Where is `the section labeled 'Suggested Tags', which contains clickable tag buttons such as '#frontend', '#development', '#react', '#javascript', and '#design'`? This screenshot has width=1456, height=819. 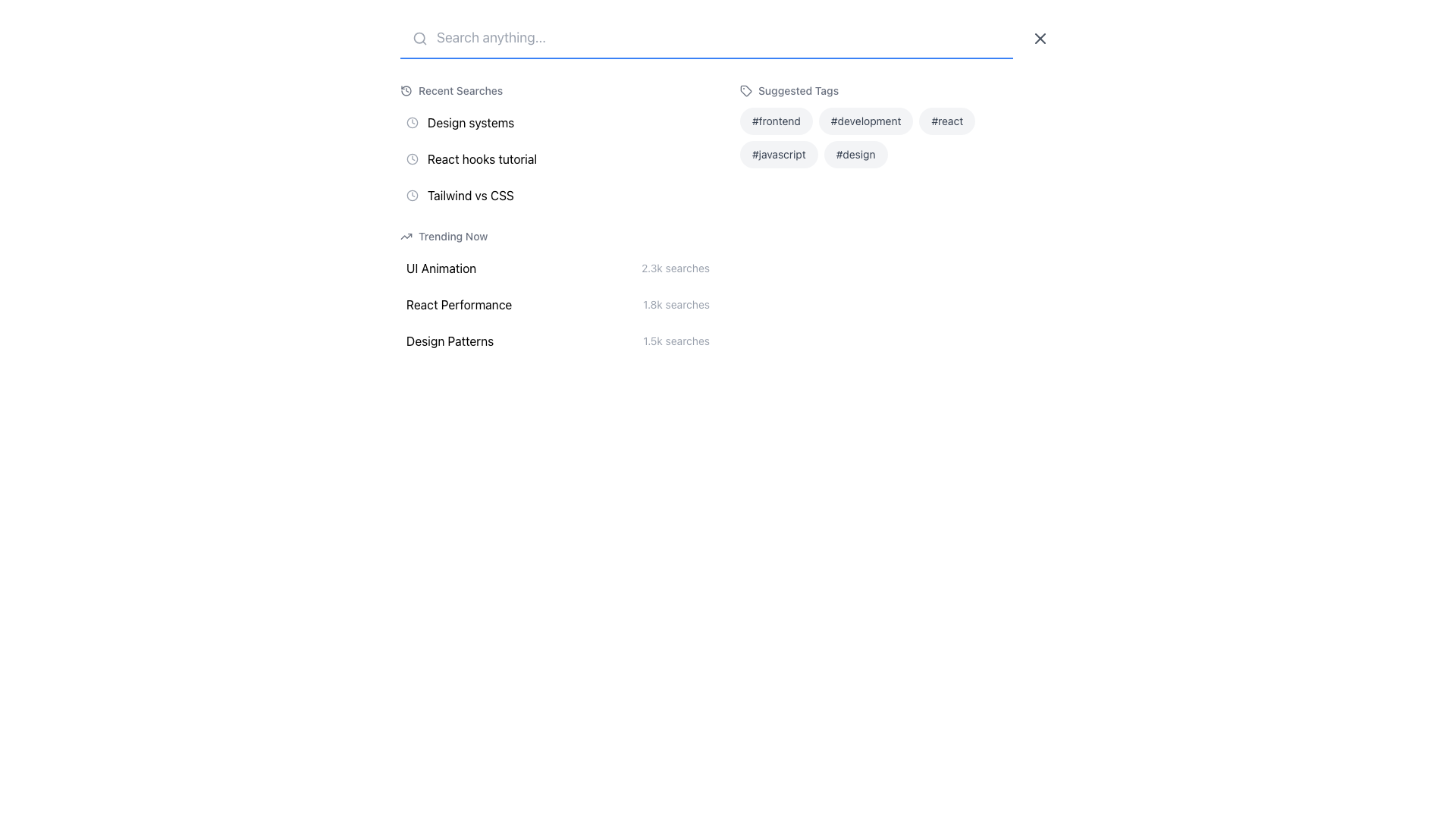
the section labeled 'Suggested Tags', which contains clickable tag buttons such as '#frontend', '#development', '#react', '#javascript', and '#design' is located at coordinates (898, 219).